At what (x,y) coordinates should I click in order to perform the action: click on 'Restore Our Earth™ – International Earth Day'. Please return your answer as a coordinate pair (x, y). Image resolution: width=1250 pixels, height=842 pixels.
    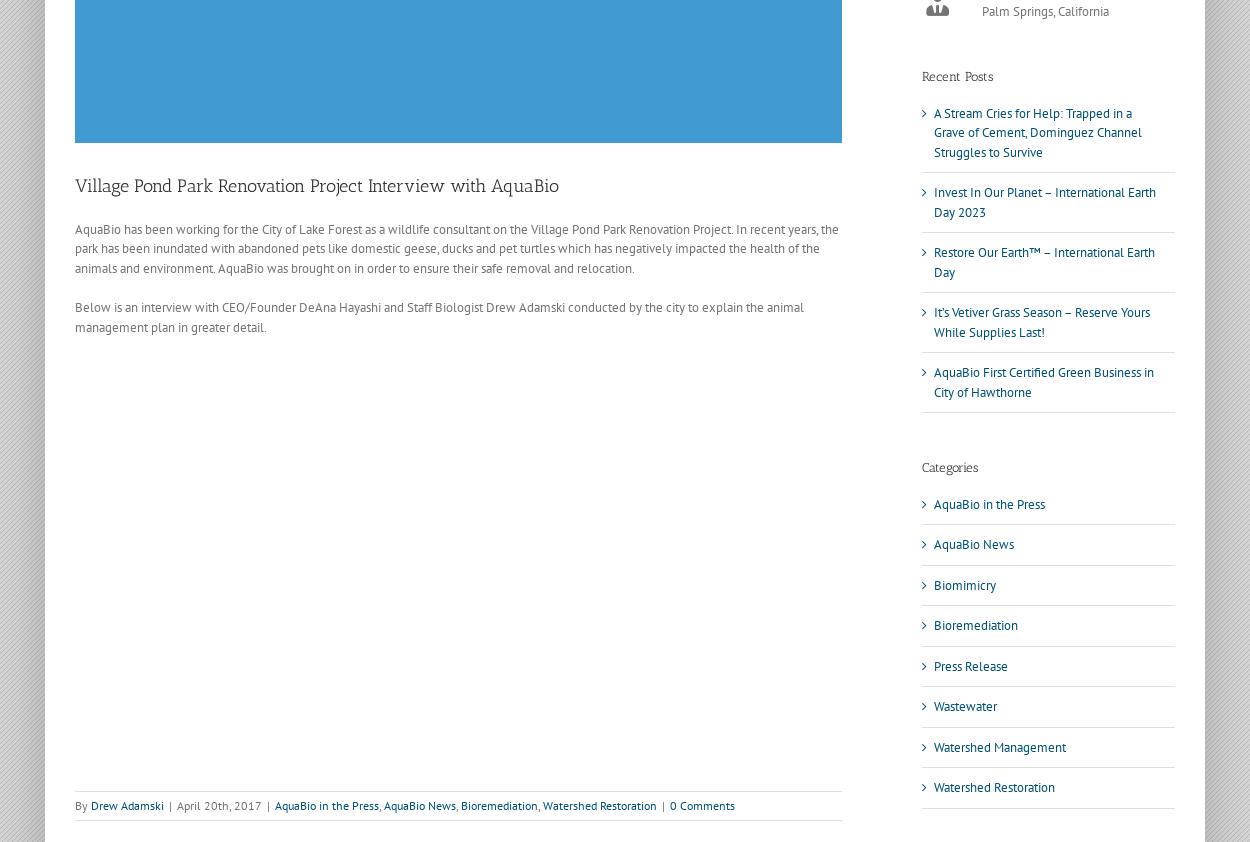
    Looking at the image, I should click on (1044, 262).